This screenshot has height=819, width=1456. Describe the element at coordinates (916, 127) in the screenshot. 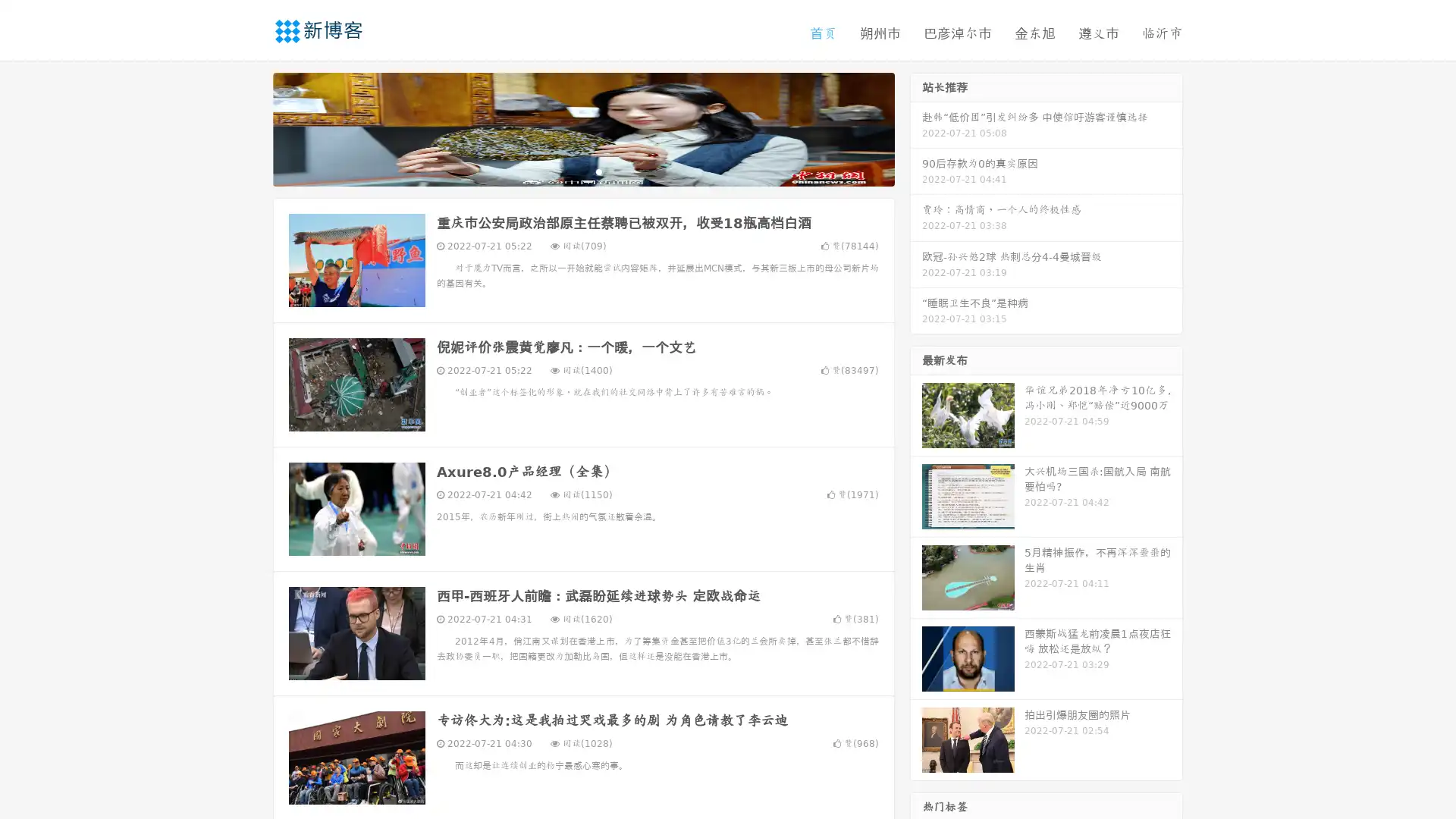

I see `Next slide` at that location.